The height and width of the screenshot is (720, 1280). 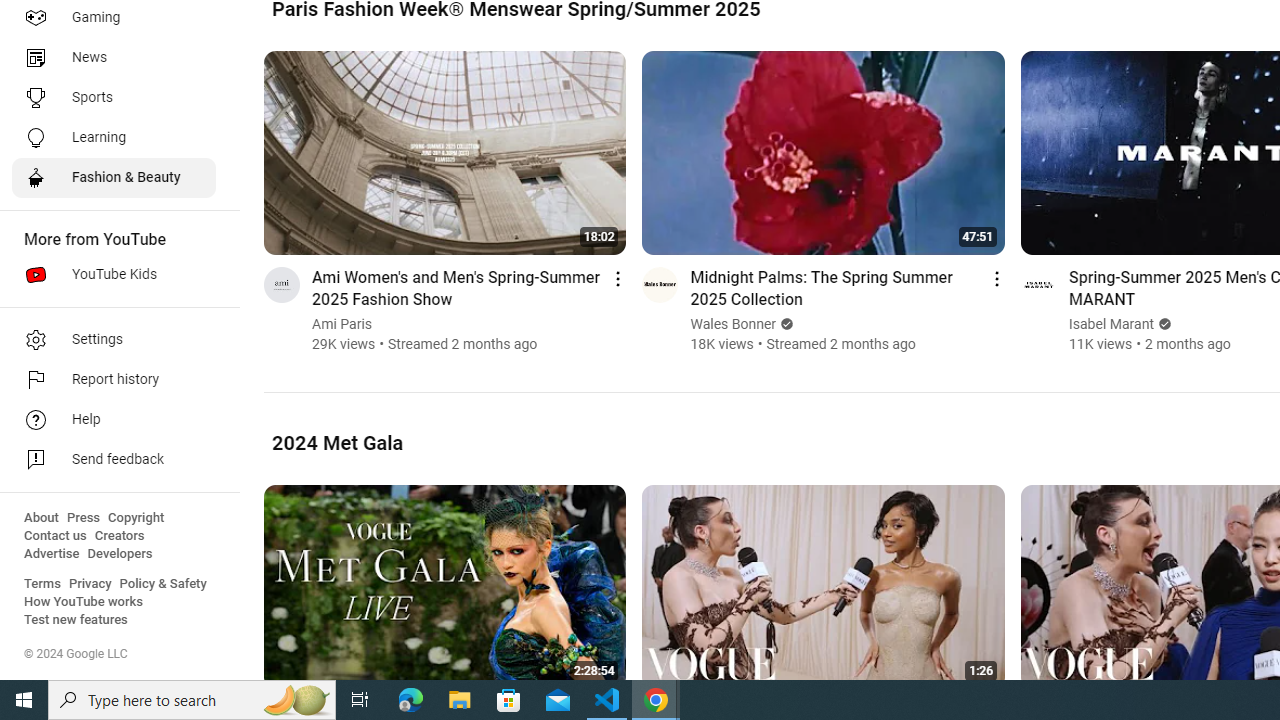 I want to click on 'Go to channel', so click(x=1038, y=284).